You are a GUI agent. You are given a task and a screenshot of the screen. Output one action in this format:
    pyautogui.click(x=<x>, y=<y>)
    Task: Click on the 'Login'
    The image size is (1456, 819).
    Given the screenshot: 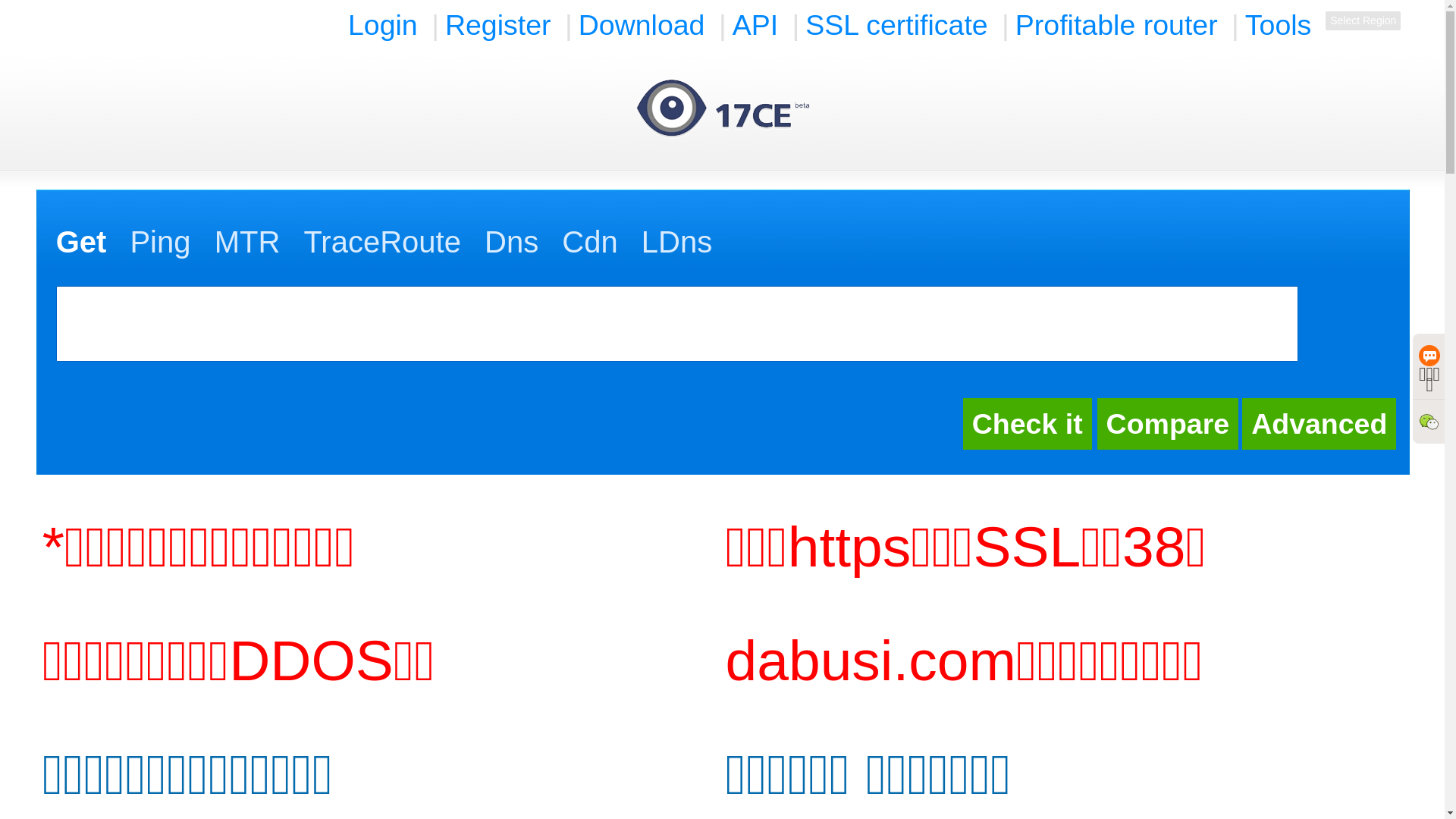 What is the action you would take?
    pyautogui.click(x=341, y=25)
    